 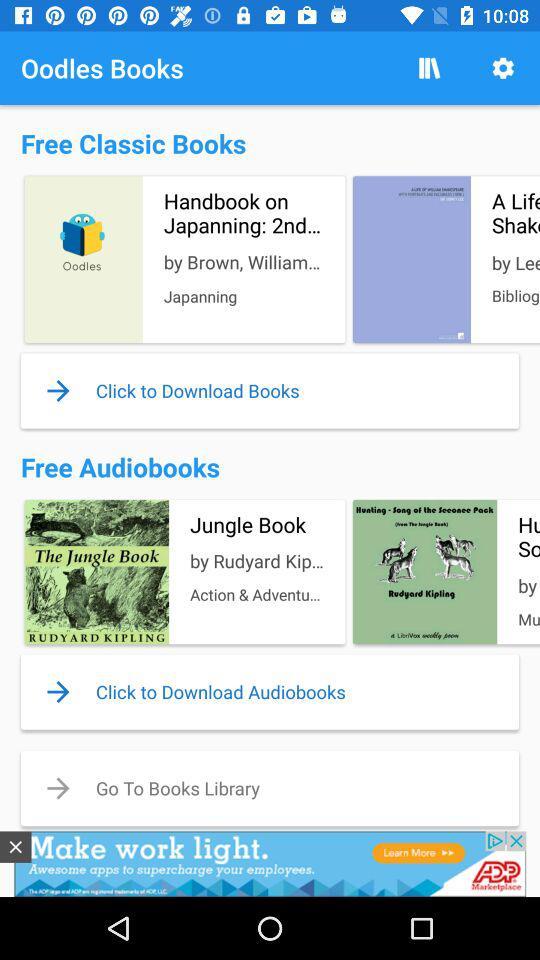 I want to click on the button above go to books library, so click(x=270, y=691).